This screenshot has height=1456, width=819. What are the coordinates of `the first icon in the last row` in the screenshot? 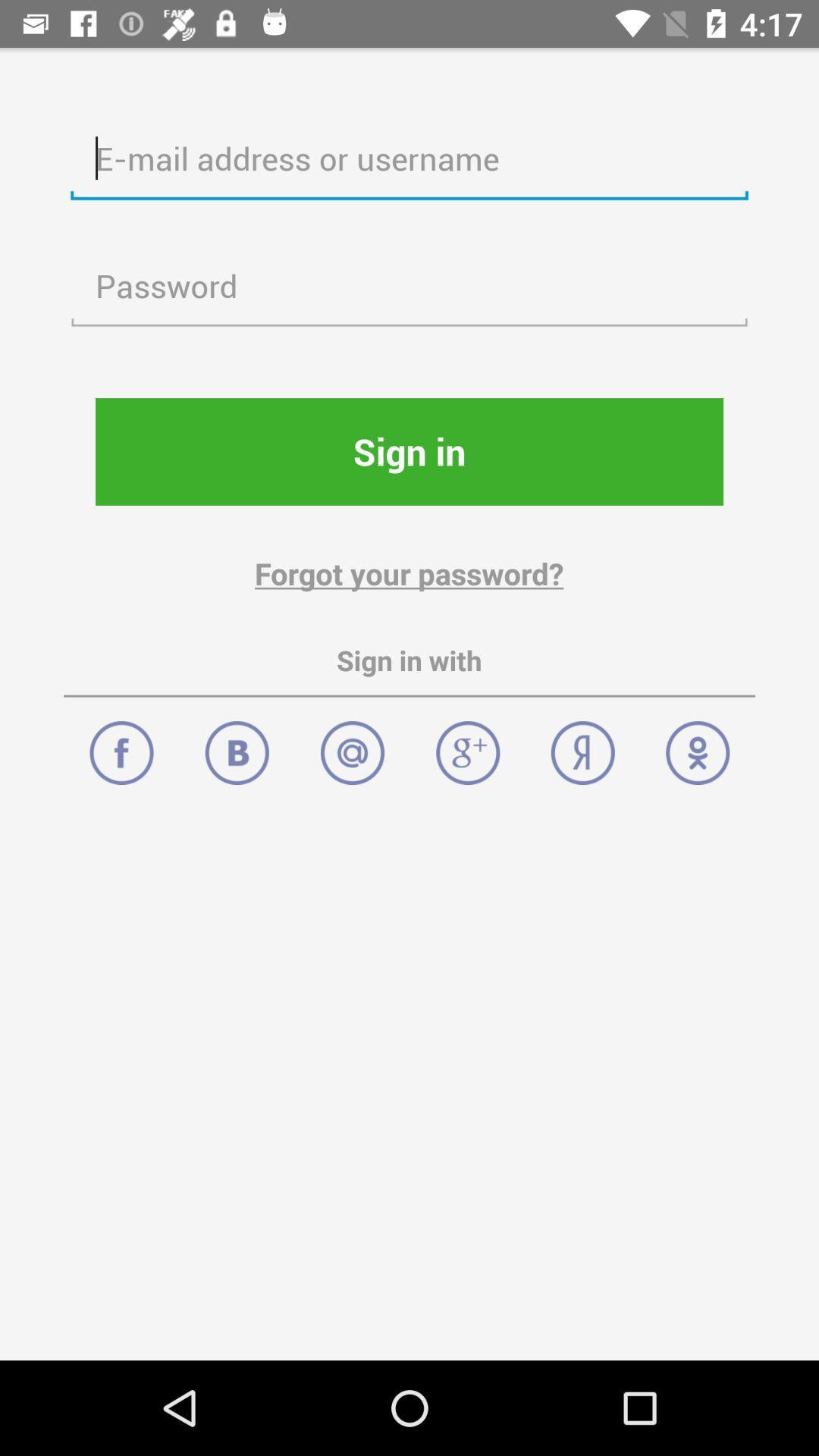 It's located at (120, 745).